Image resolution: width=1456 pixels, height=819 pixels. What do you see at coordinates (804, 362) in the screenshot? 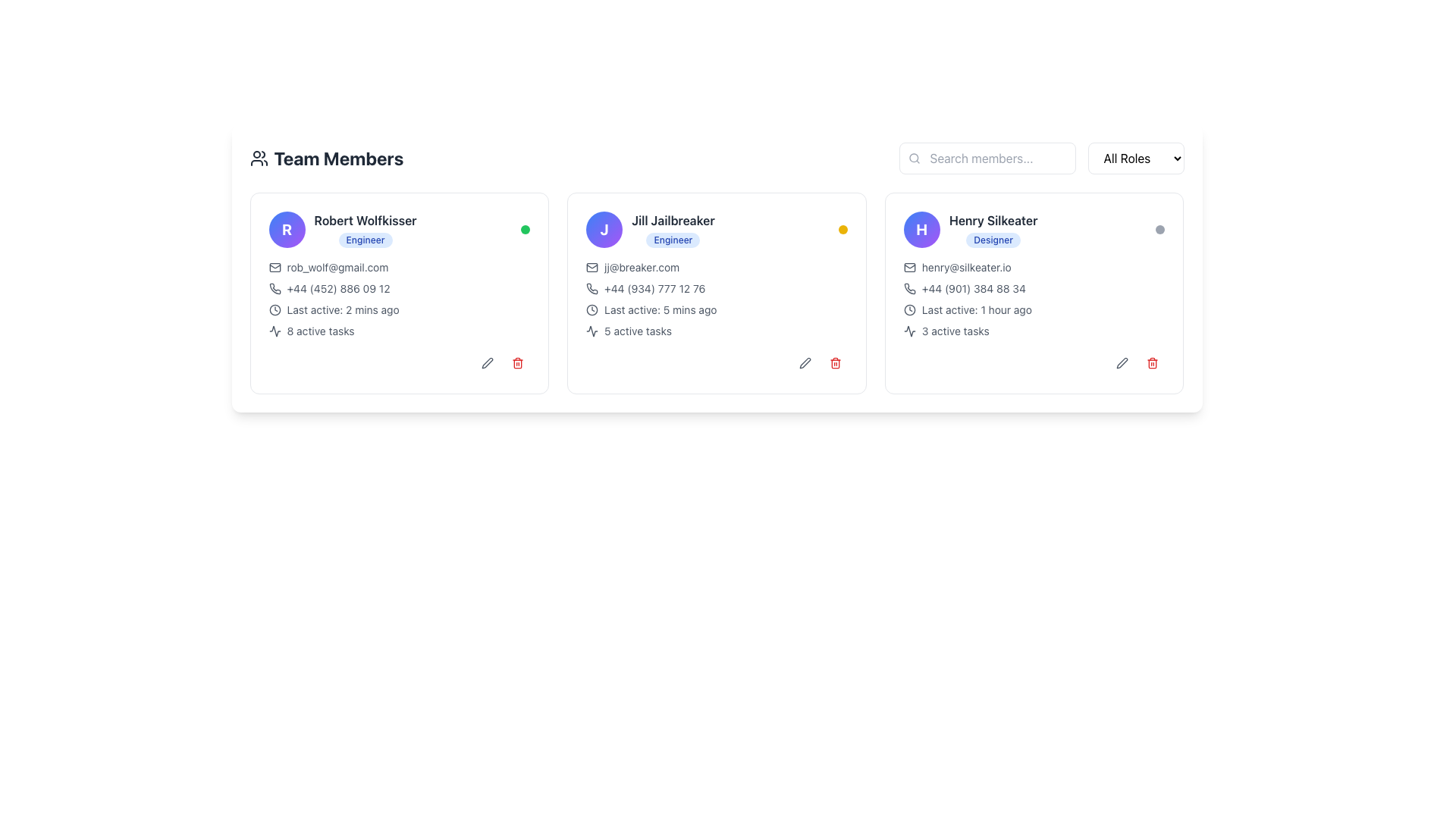
I see `the pen icon located at the bottom right corner of Jill Jailbreaker's user card` at bounding box center [804, 362].